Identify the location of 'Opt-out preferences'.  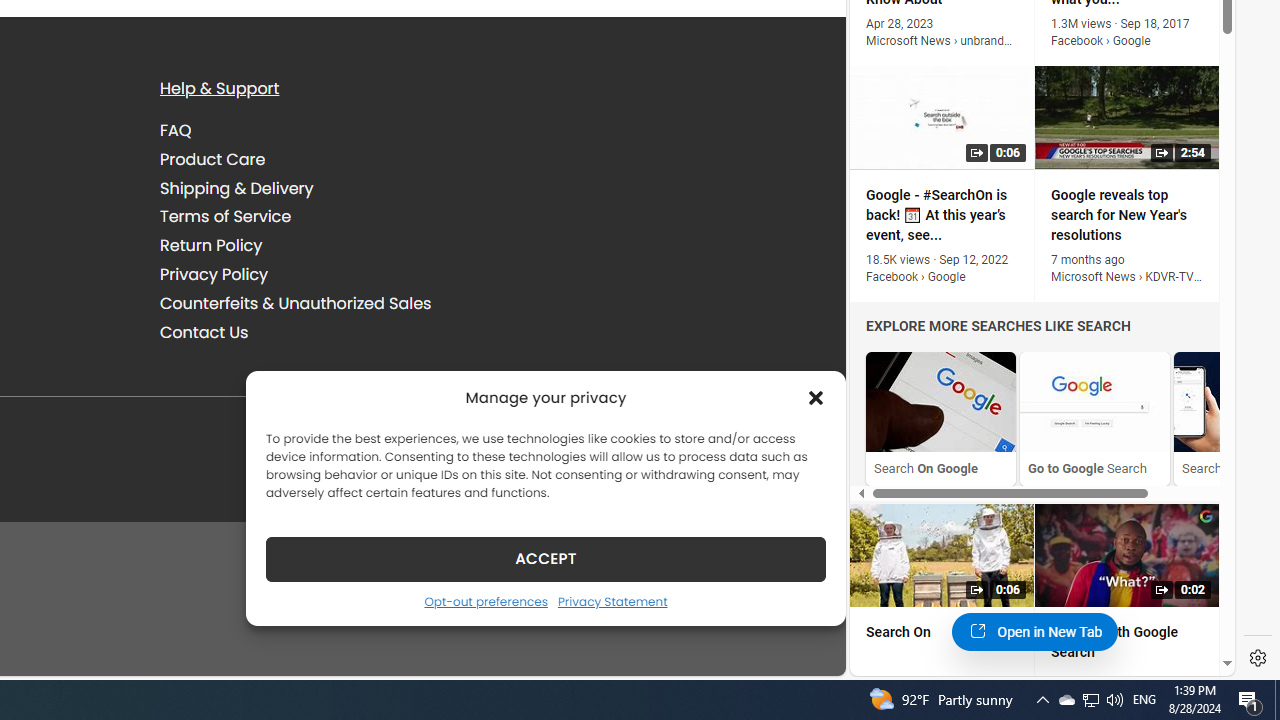
(485, 600).